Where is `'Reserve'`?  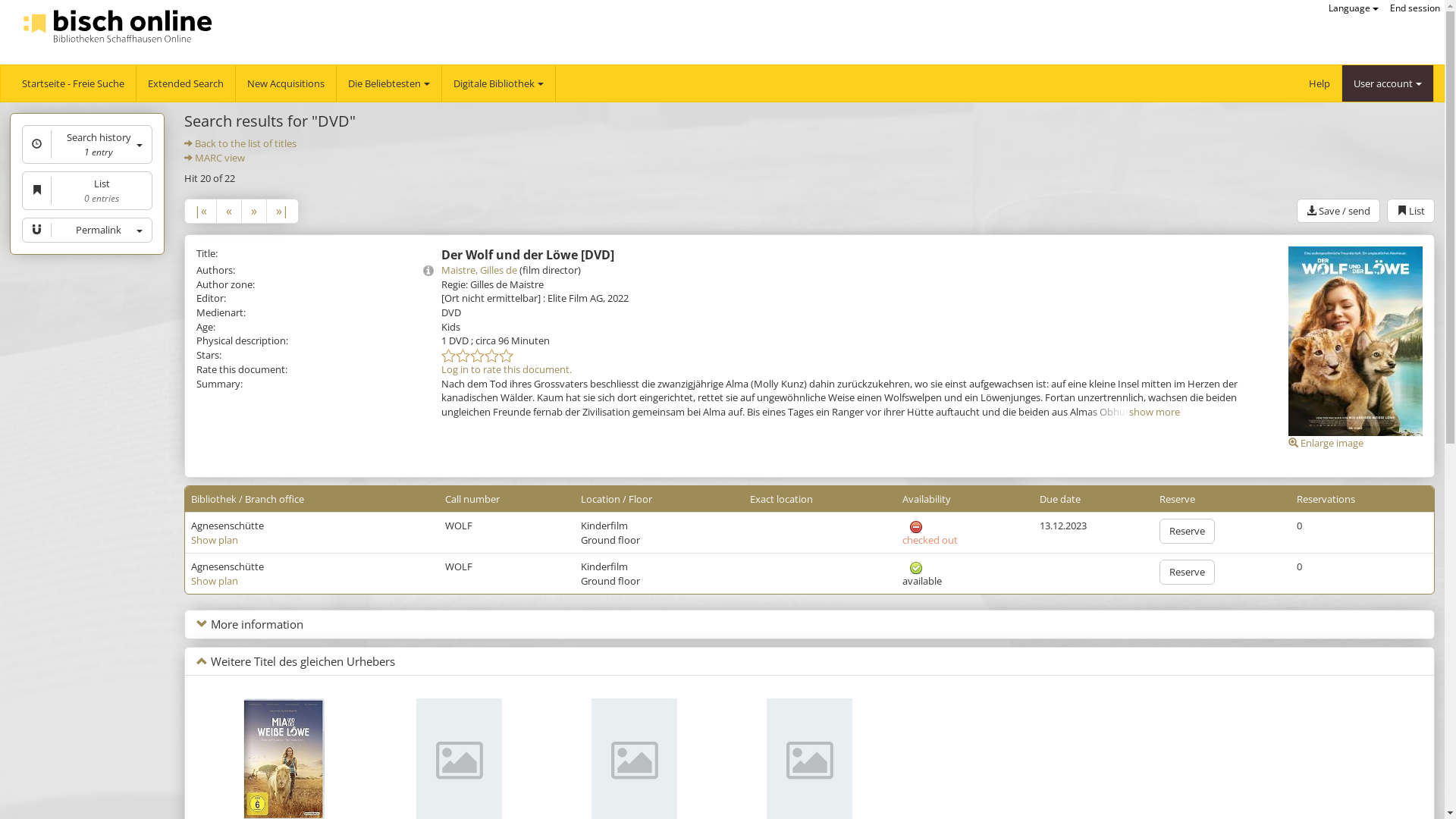 'Reserve' is located at coordinates (1159, 572).